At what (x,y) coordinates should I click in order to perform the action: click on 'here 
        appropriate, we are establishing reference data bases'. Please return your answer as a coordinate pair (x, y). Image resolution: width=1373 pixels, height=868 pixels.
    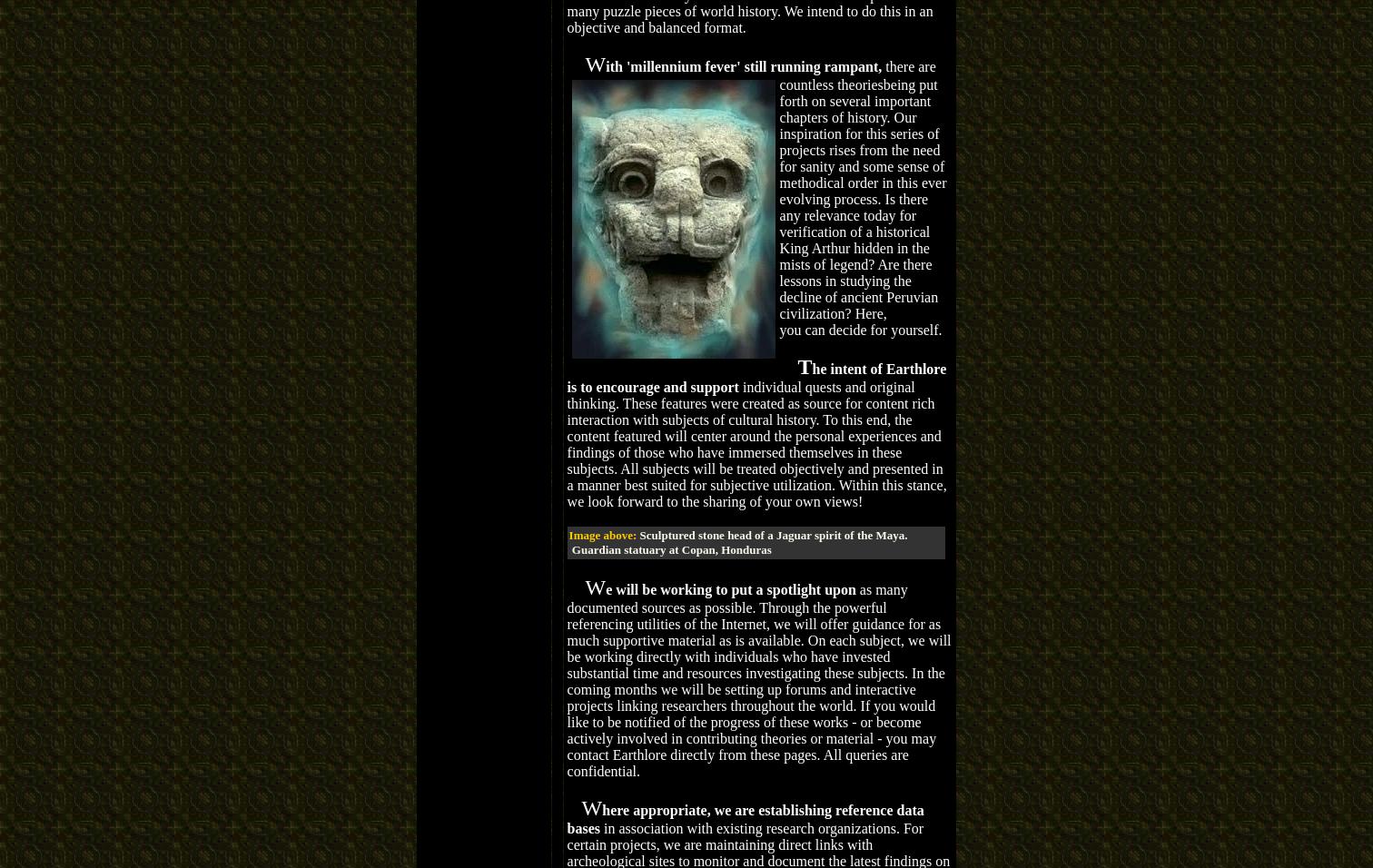
    Looking at the image, I should click on (745, 818).